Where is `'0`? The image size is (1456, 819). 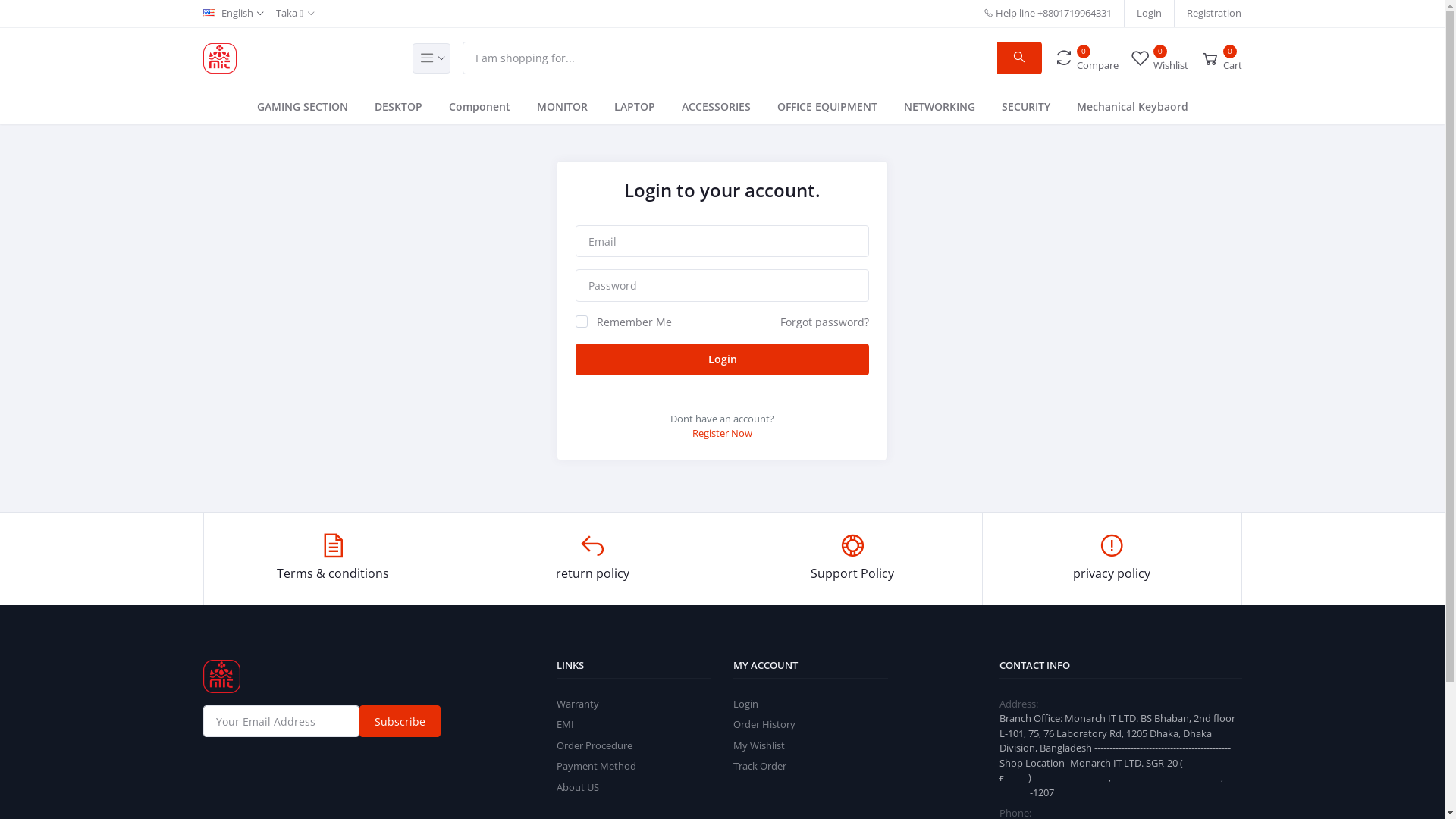 '0 is located at coordinates (1220, 57).